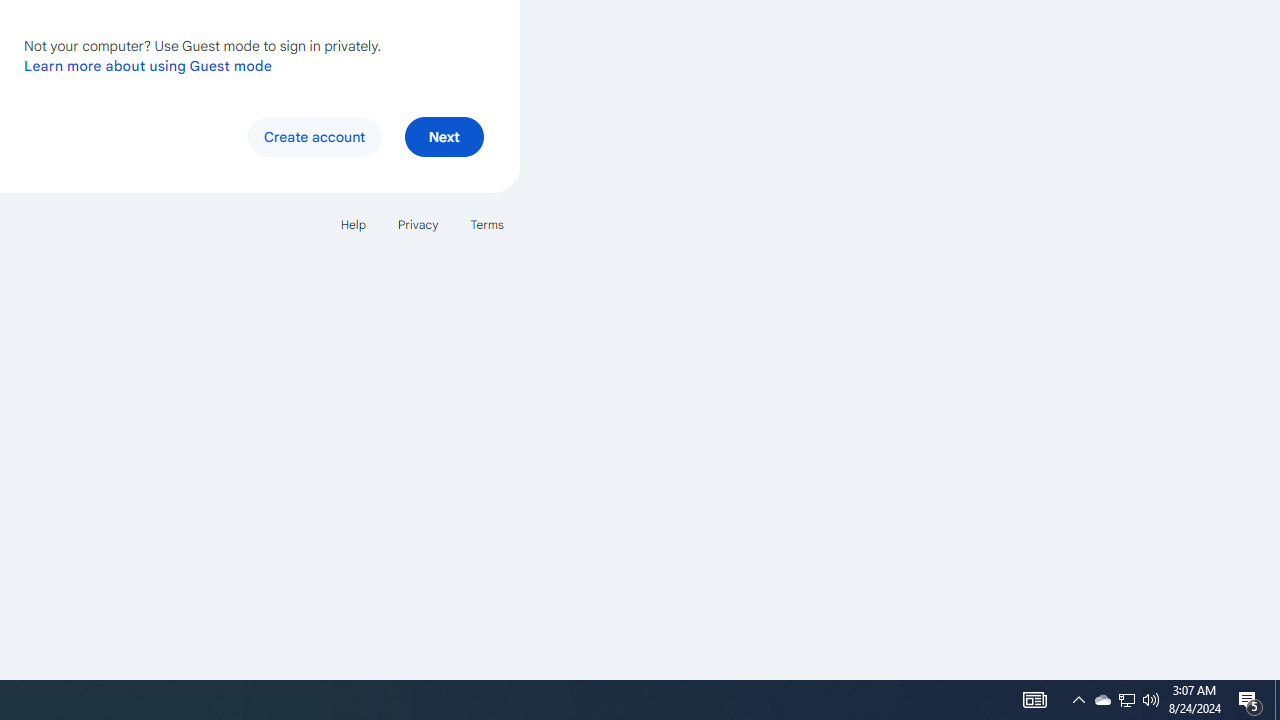 The width and height of the screenshot is (1280, 720). I want to click on 'Learn more about using Guest mode', so click(147, 64).